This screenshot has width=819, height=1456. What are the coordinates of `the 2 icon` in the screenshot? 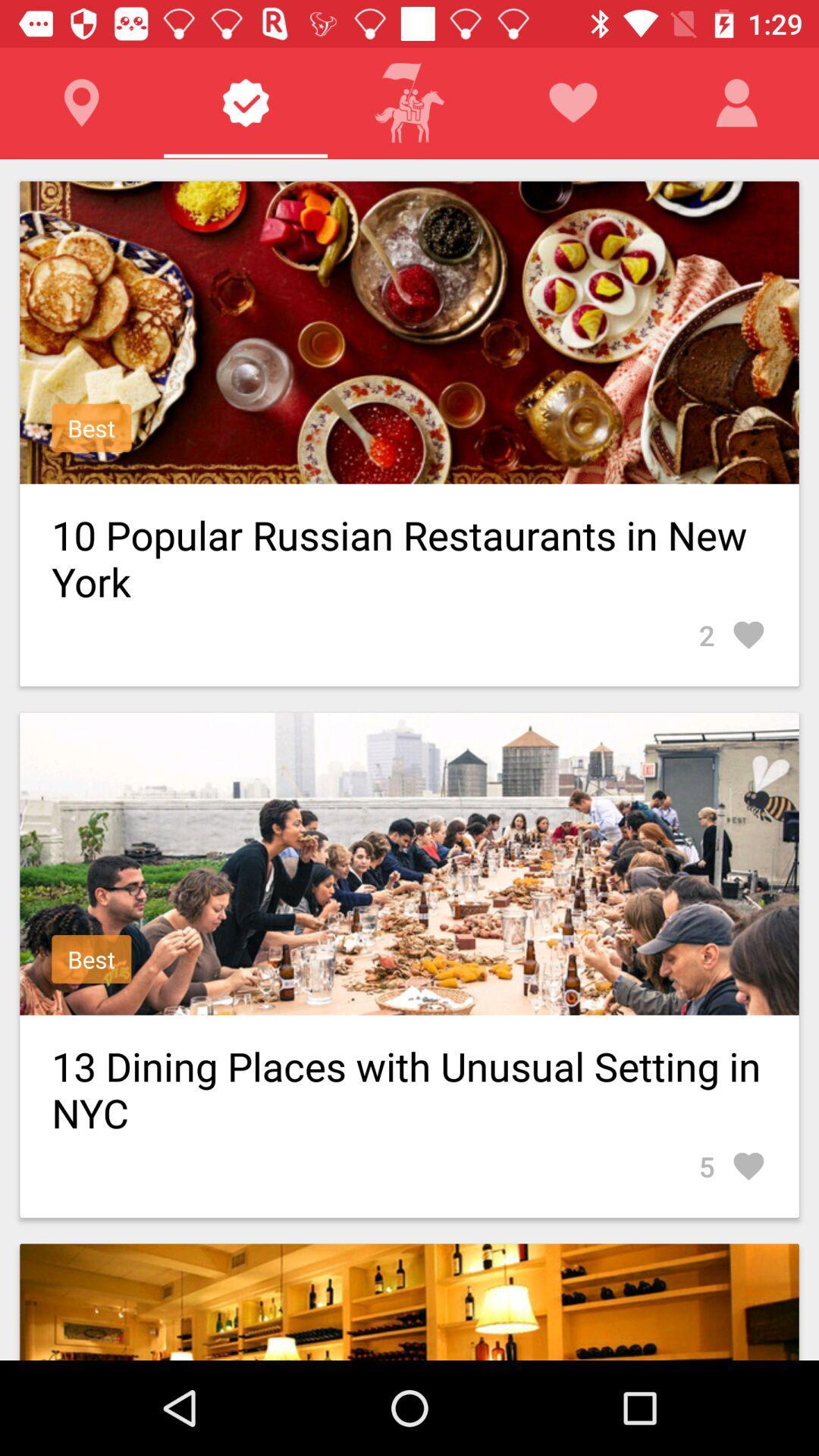 It's located at (732, 635).